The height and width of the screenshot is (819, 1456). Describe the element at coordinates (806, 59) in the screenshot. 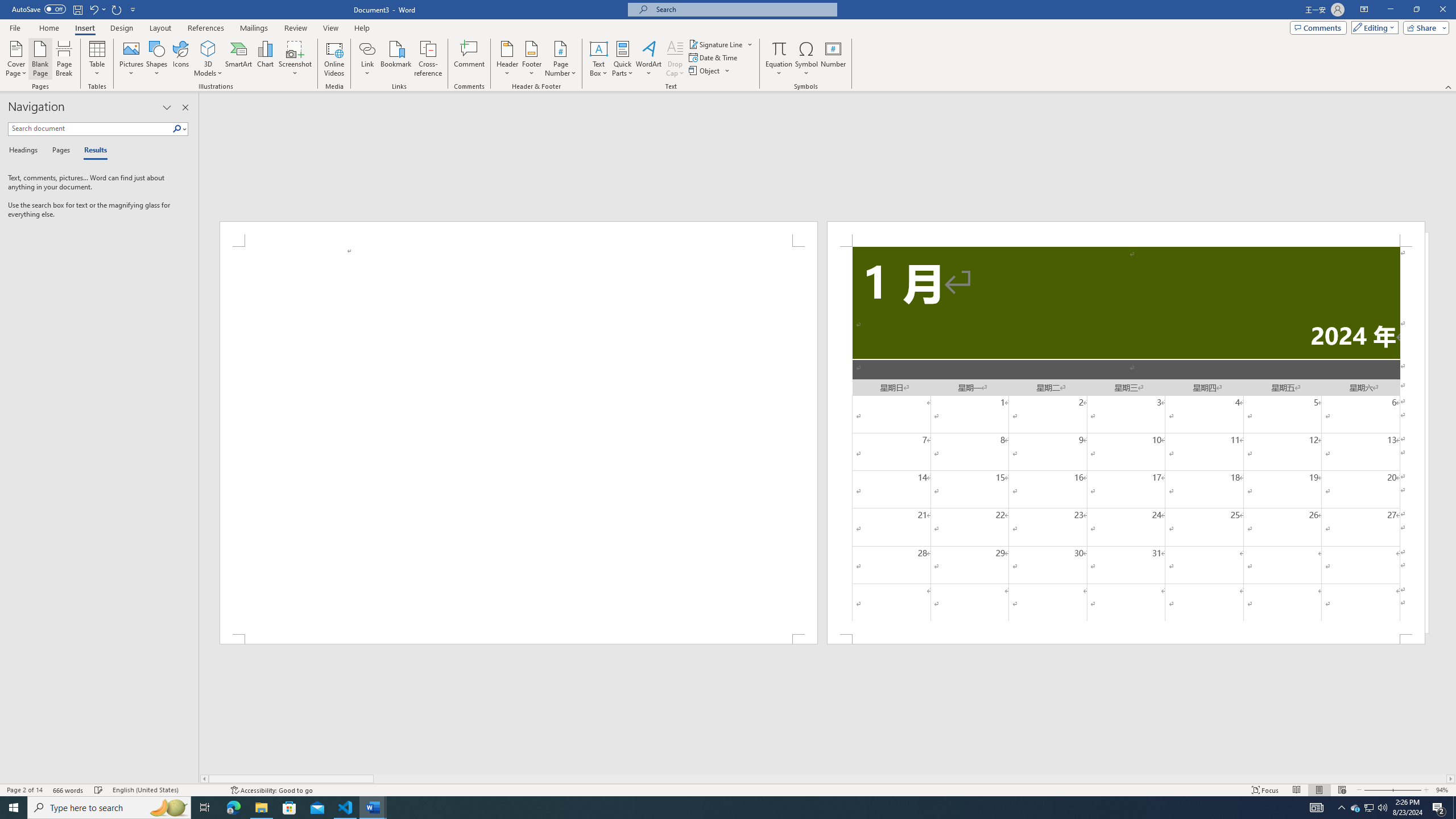

I see `'Symbol'` at that location.